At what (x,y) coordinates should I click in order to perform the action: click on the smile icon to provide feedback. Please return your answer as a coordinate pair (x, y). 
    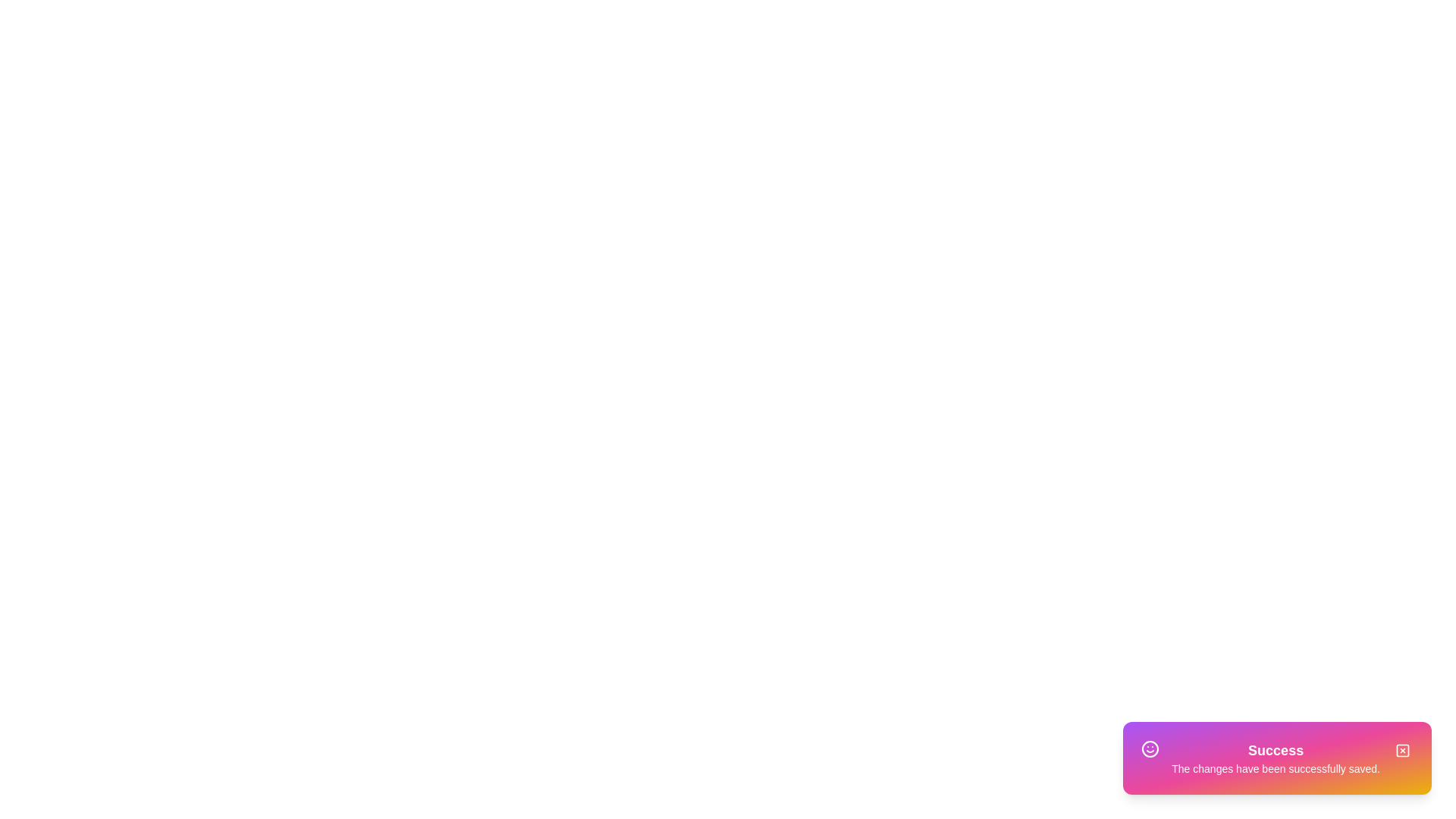
    Looking at the image, I should click on (1150, 748).